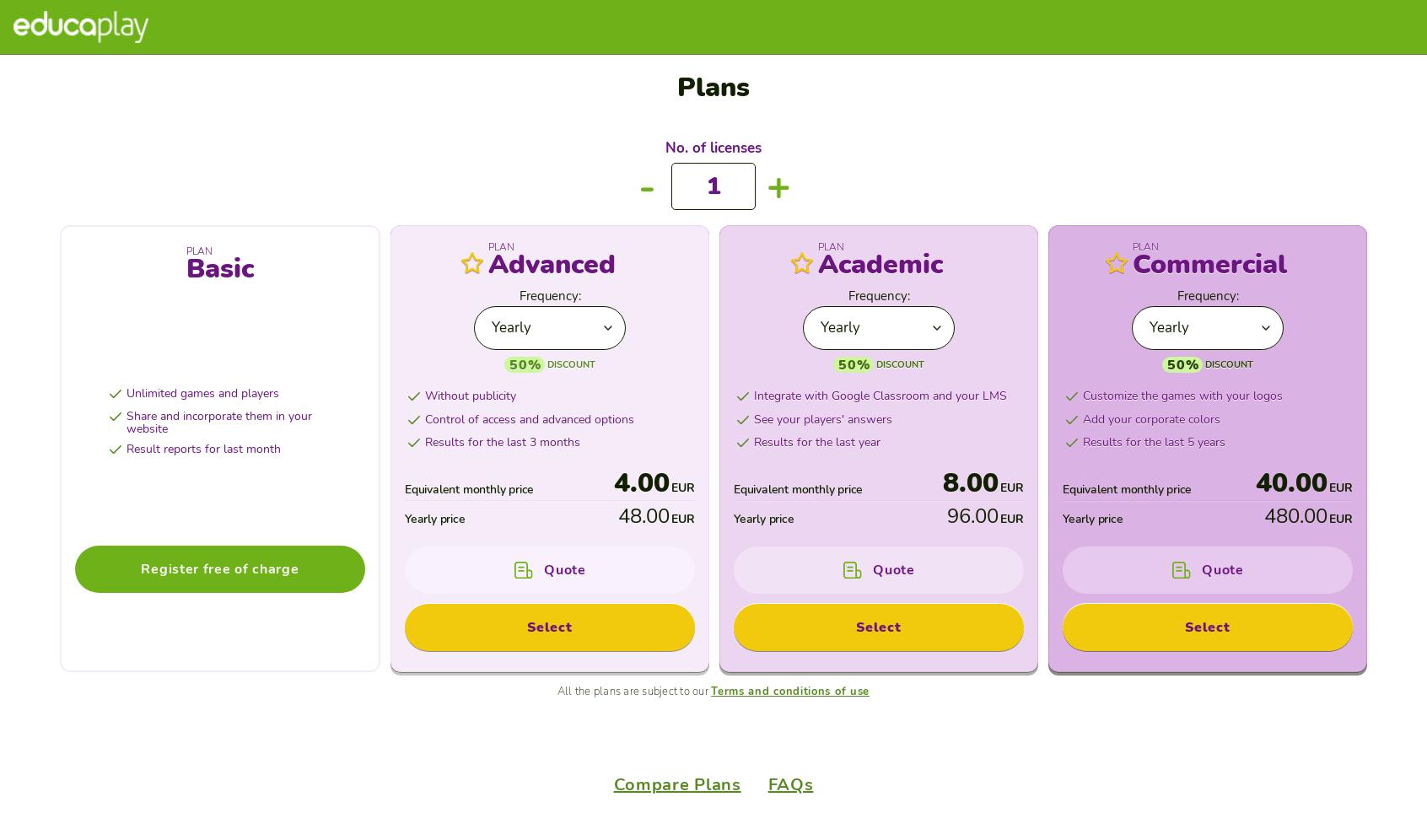  I want to click on 'Customize the games with your corporate colors', so click(232, 108).